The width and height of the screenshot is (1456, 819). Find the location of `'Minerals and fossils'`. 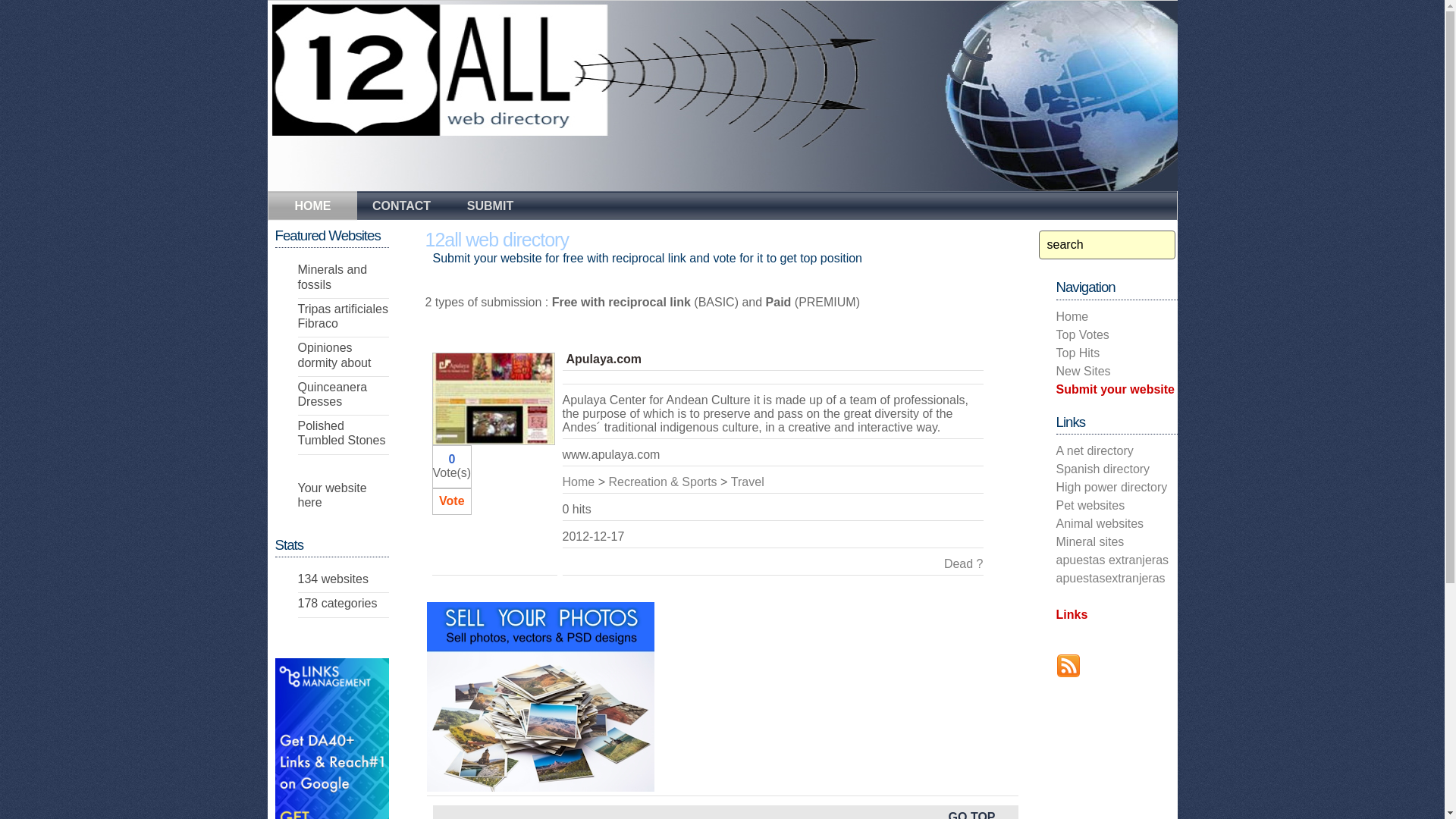

'Minerals and fossils' is located at coordinates (331, 277).